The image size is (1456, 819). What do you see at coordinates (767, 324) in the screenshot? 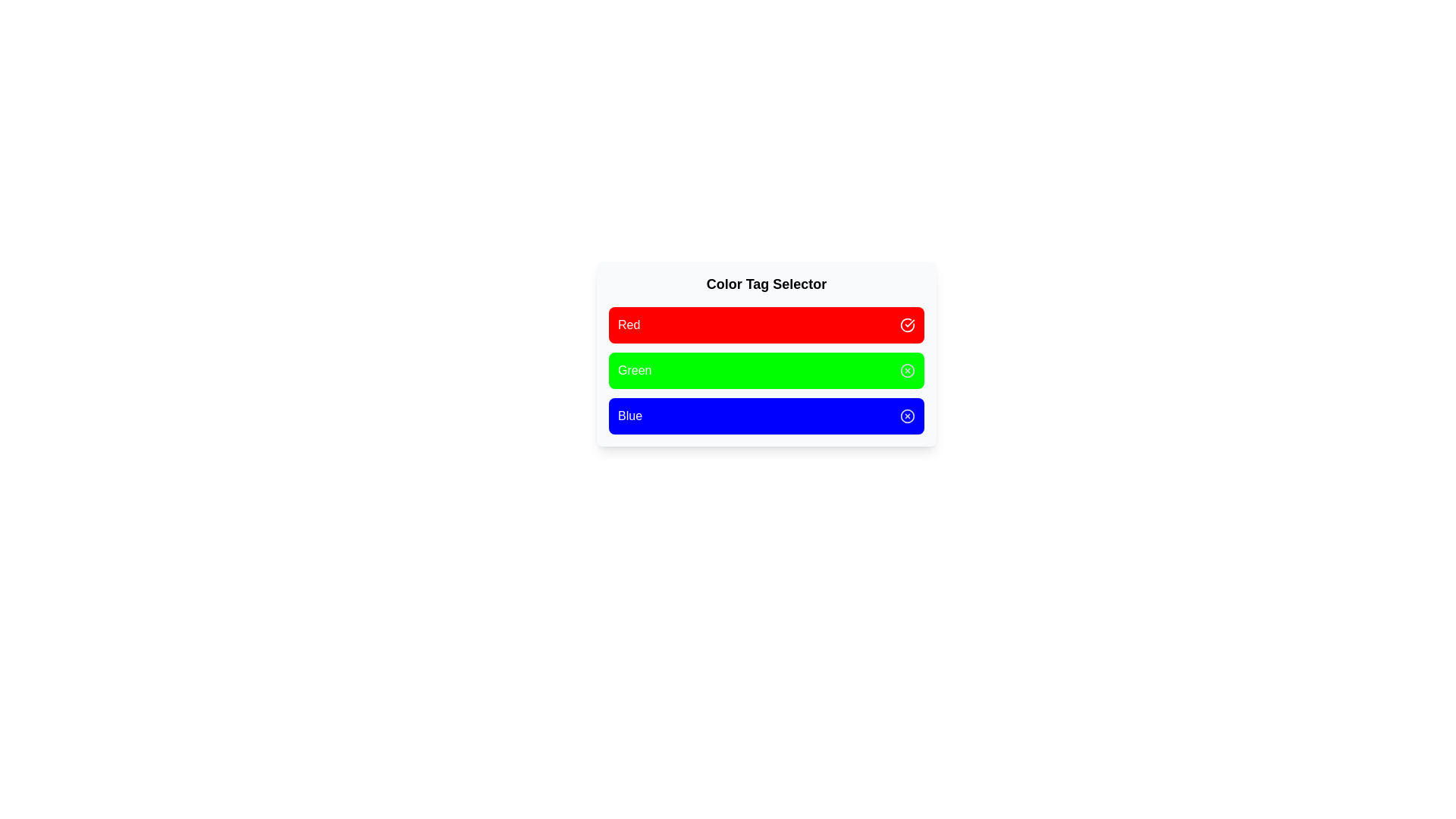
I see `the color tag Red` at bounding box center [767, 324].